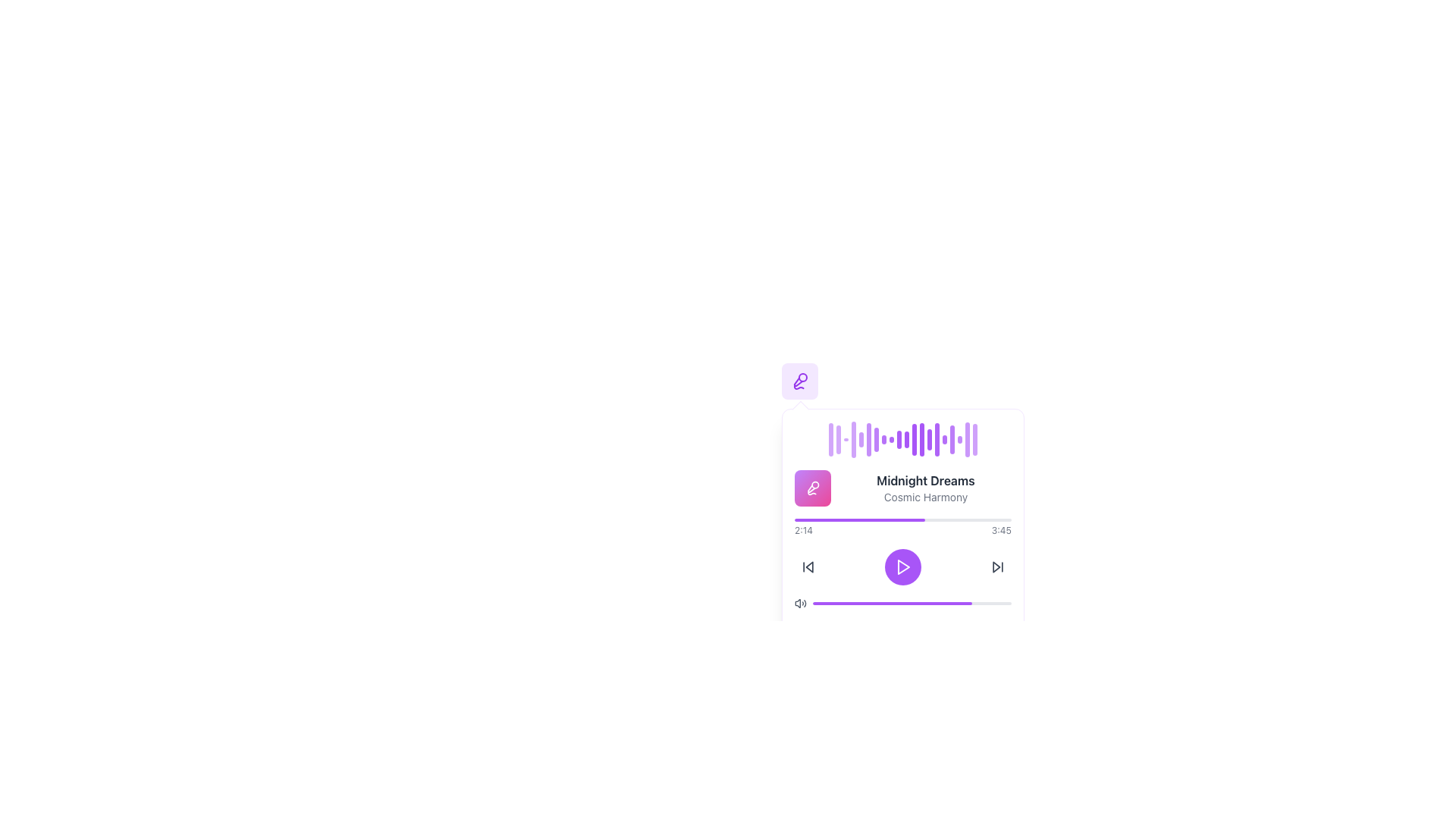 This screenshot has height=819, width=1456. Describe the element at coordinates (854, 439) in the screenshot. I see `fourth vertical waveform bar in the music playback interface for details` at that location.